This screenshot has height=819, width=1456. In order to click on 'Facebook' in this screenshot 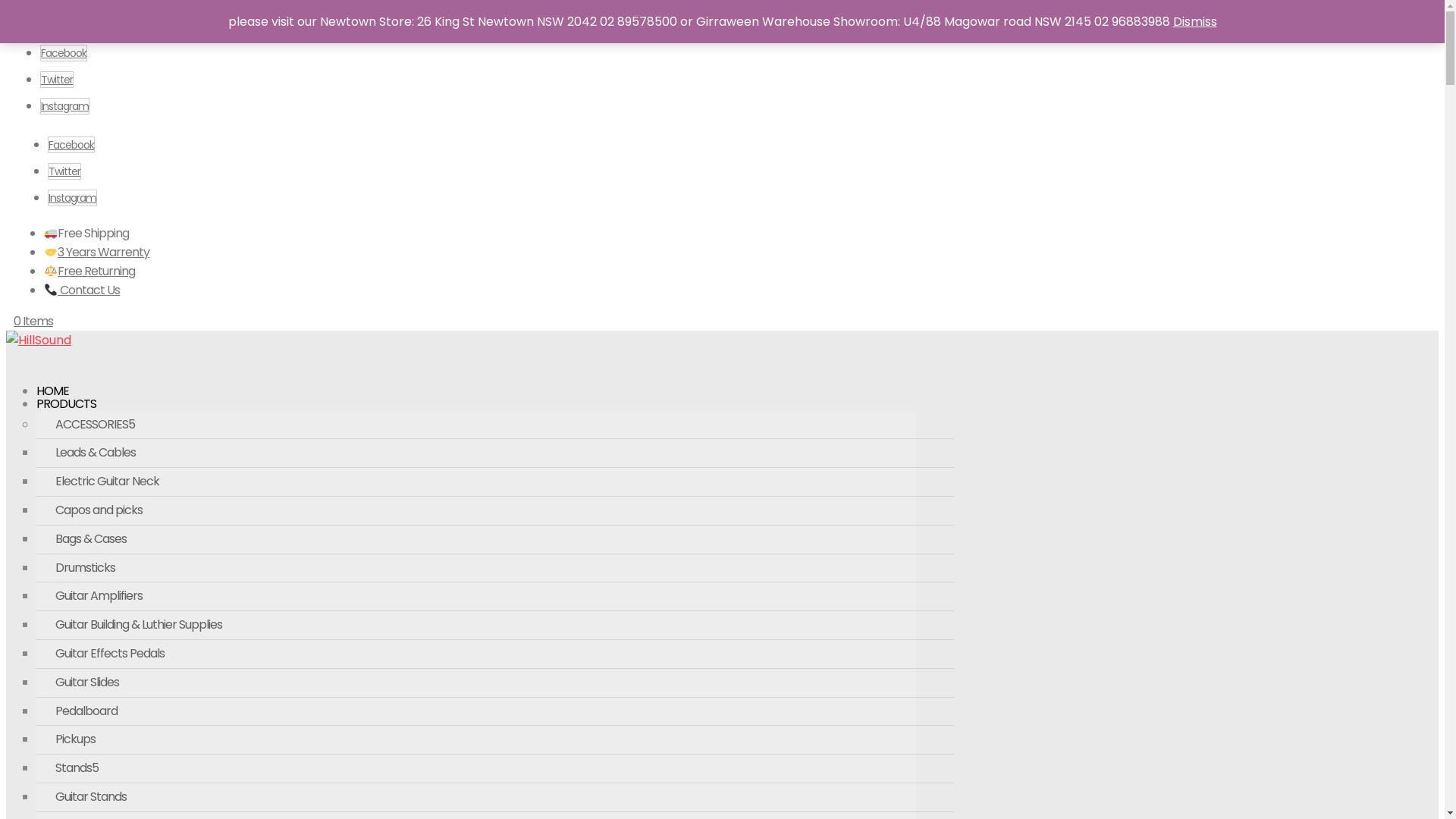, I will do `click(62, 52)`.